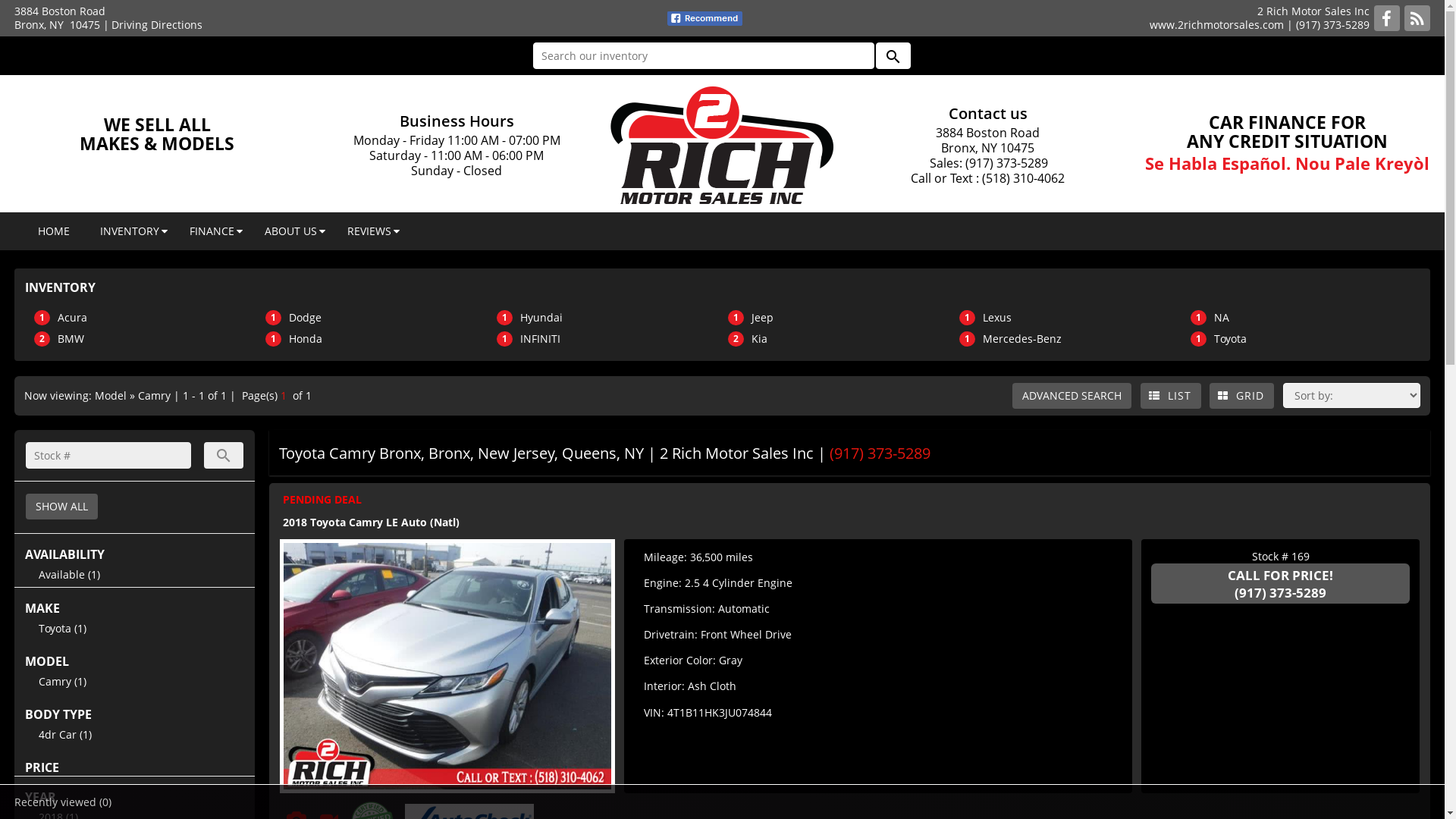 Image resolution: width=1456 pixels, height=819 pixels. What do you see at coordinates (1140, 394) in the screenshot?
I see `'LIST'` at bounding box center [1140, 394].